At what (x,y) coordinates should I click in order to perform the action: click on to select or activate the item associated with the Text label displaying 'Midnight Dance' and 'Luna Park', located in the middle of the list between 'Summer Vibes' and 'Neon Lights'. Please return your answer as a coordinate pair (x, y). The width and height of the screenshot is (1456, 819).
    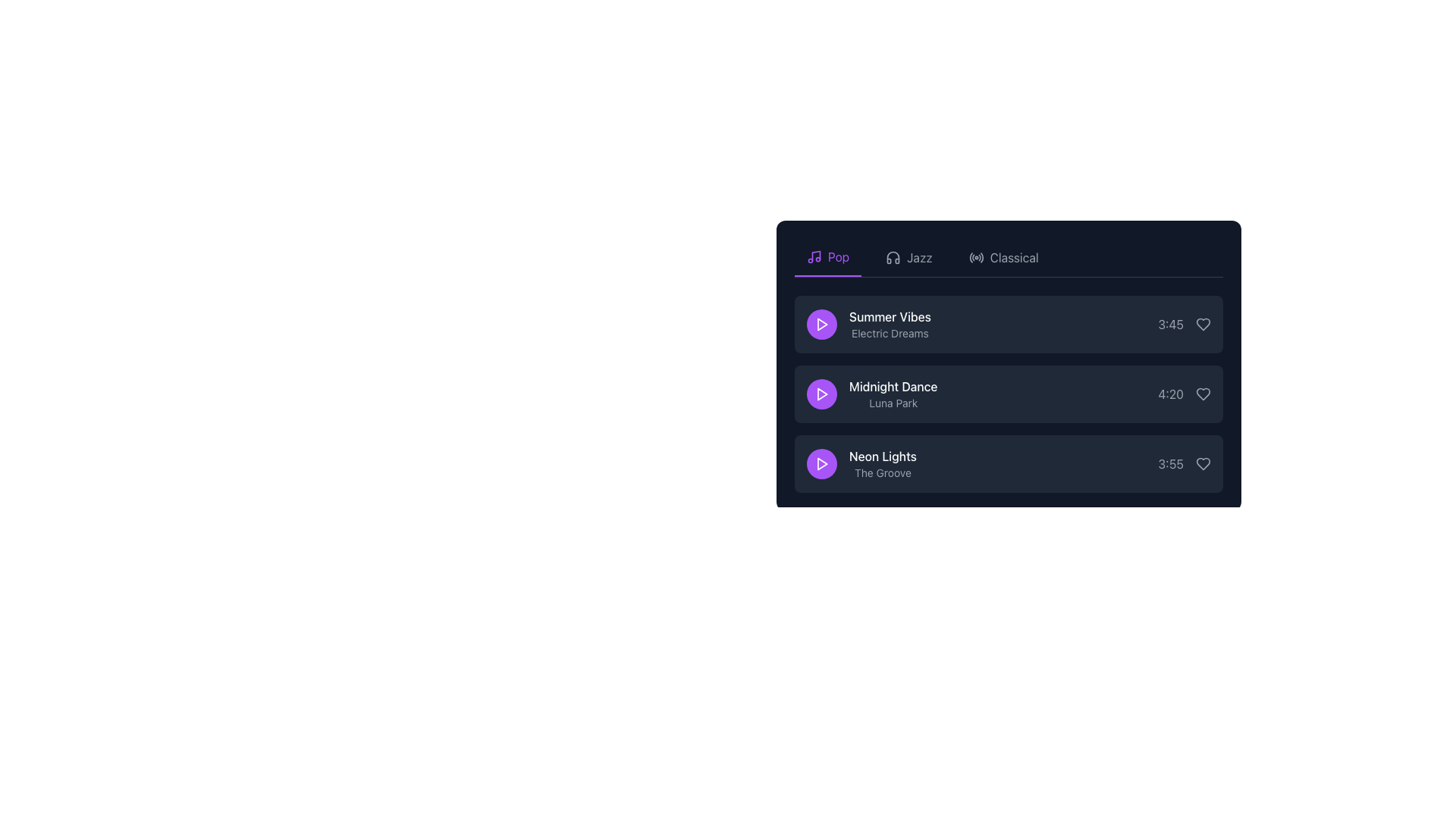
    Looking at the image, I should click on (893, 394).